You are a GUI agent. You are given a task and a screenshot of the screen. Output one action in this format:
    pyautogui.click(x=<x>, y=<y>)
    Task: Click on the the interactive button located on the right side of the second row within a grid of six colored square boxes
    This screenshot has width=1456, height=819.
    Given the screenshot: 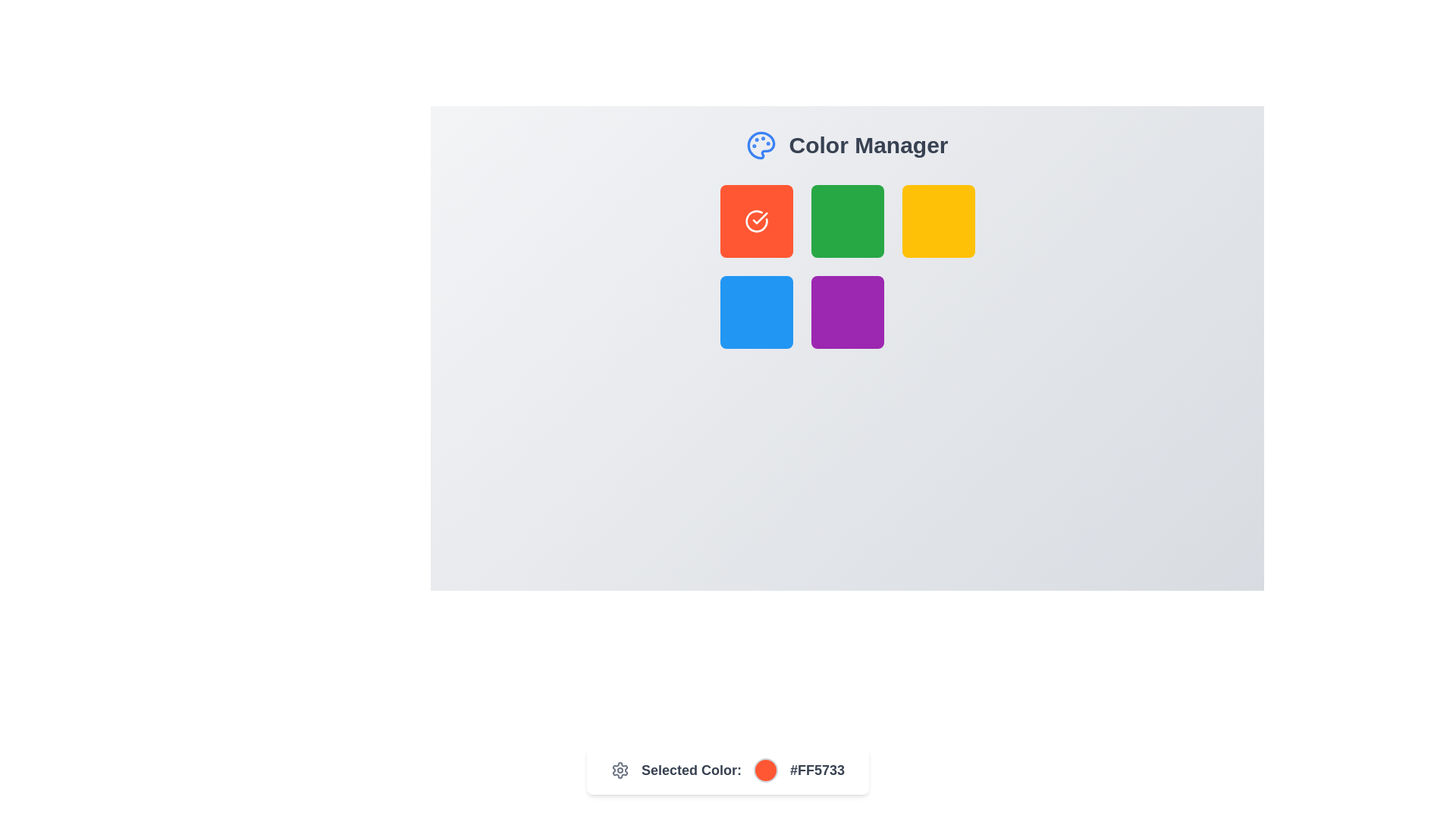 What is the action you would take?
    pyautogui.click(x=937, y=221)
    